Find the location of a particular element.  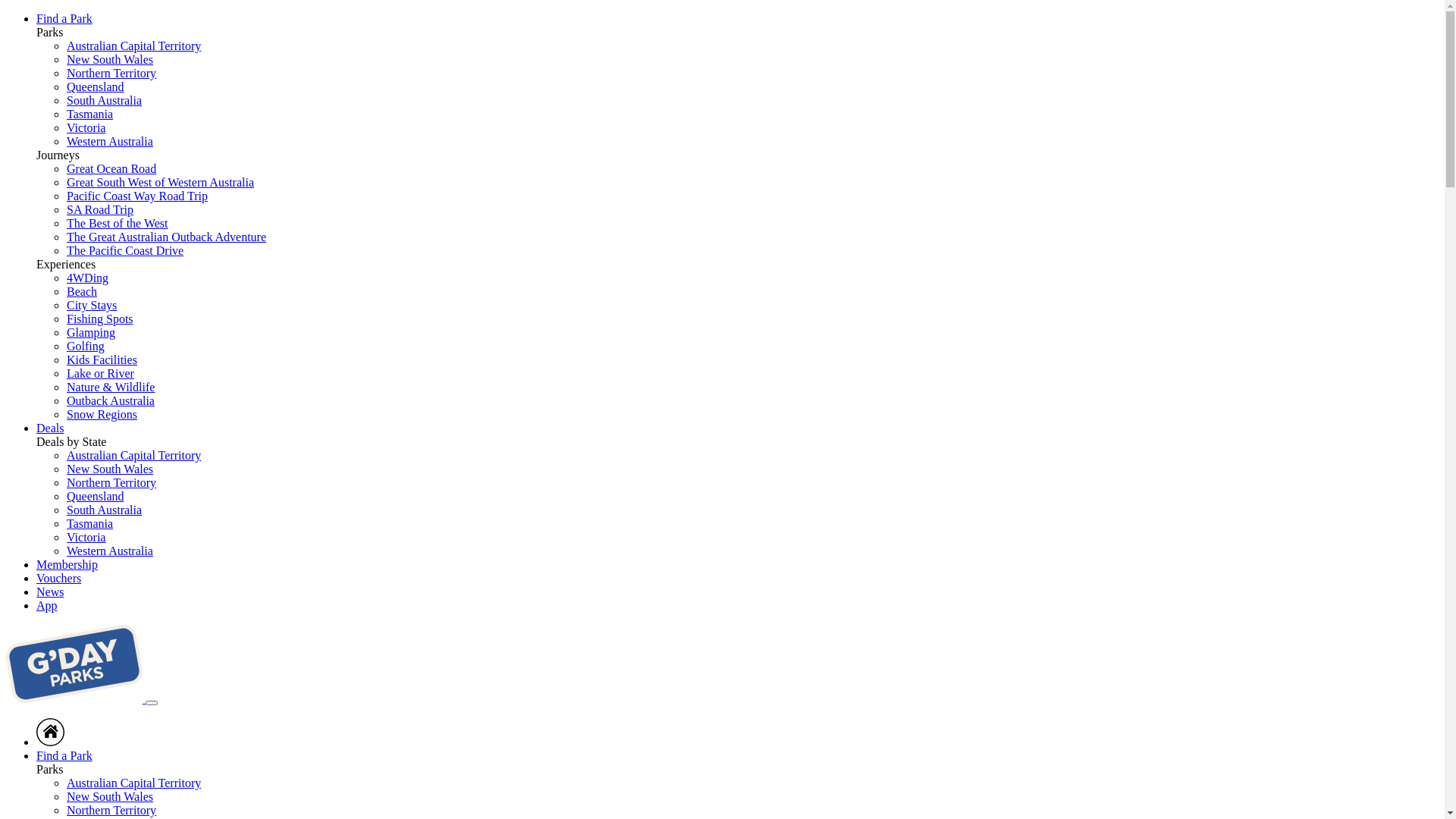

'Membership' is located at coordinates (36, 564).